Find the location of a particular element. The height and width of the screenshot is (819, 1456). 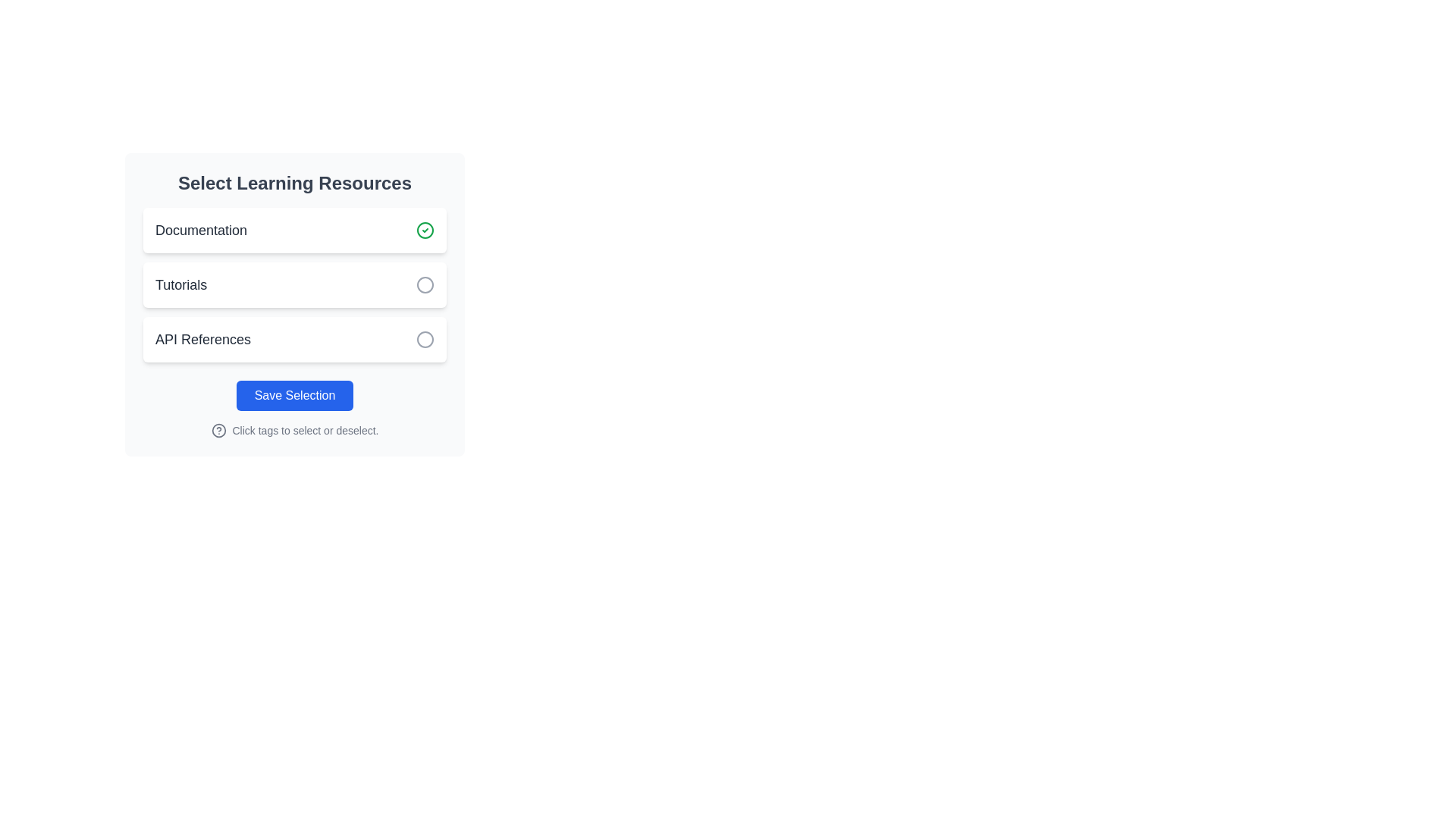

the radio button for selecting the 'Tutorials' option is located at coordinates (425, 284).